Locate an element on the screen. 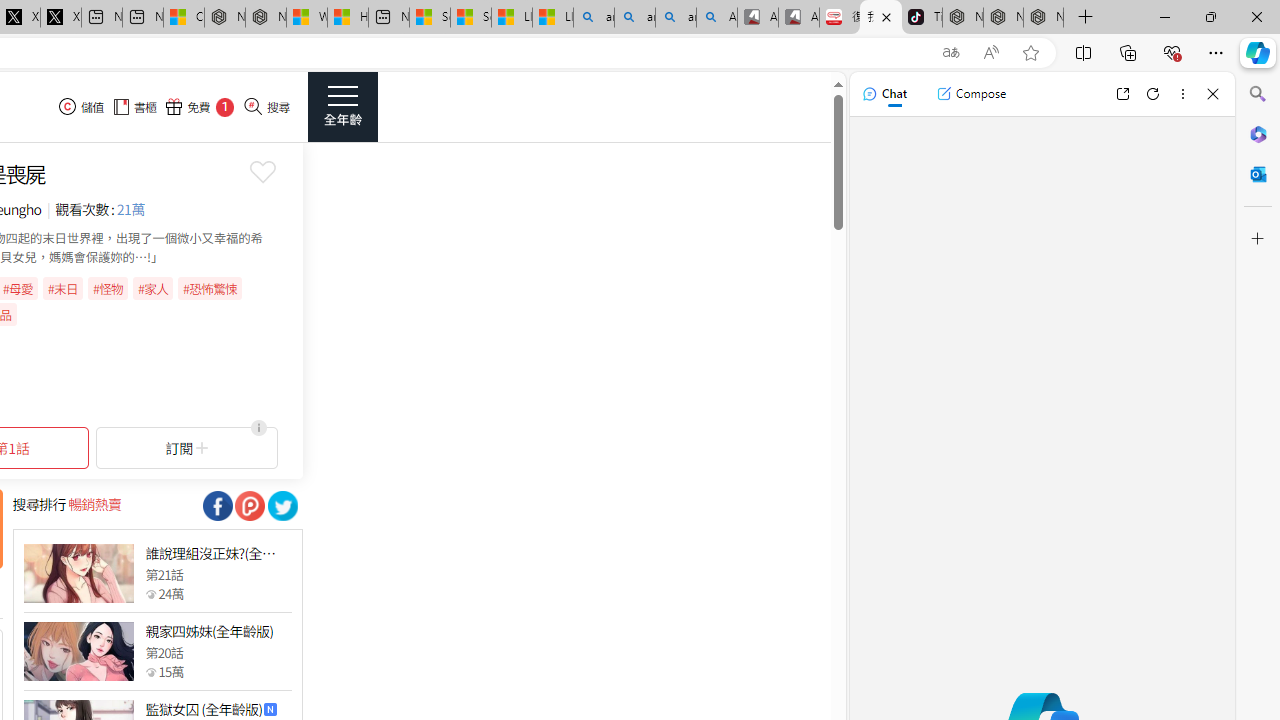 Image resolution: width=1280 pixels, height=720 pixels. 'Restore' is located at coordinates (1209, 16).